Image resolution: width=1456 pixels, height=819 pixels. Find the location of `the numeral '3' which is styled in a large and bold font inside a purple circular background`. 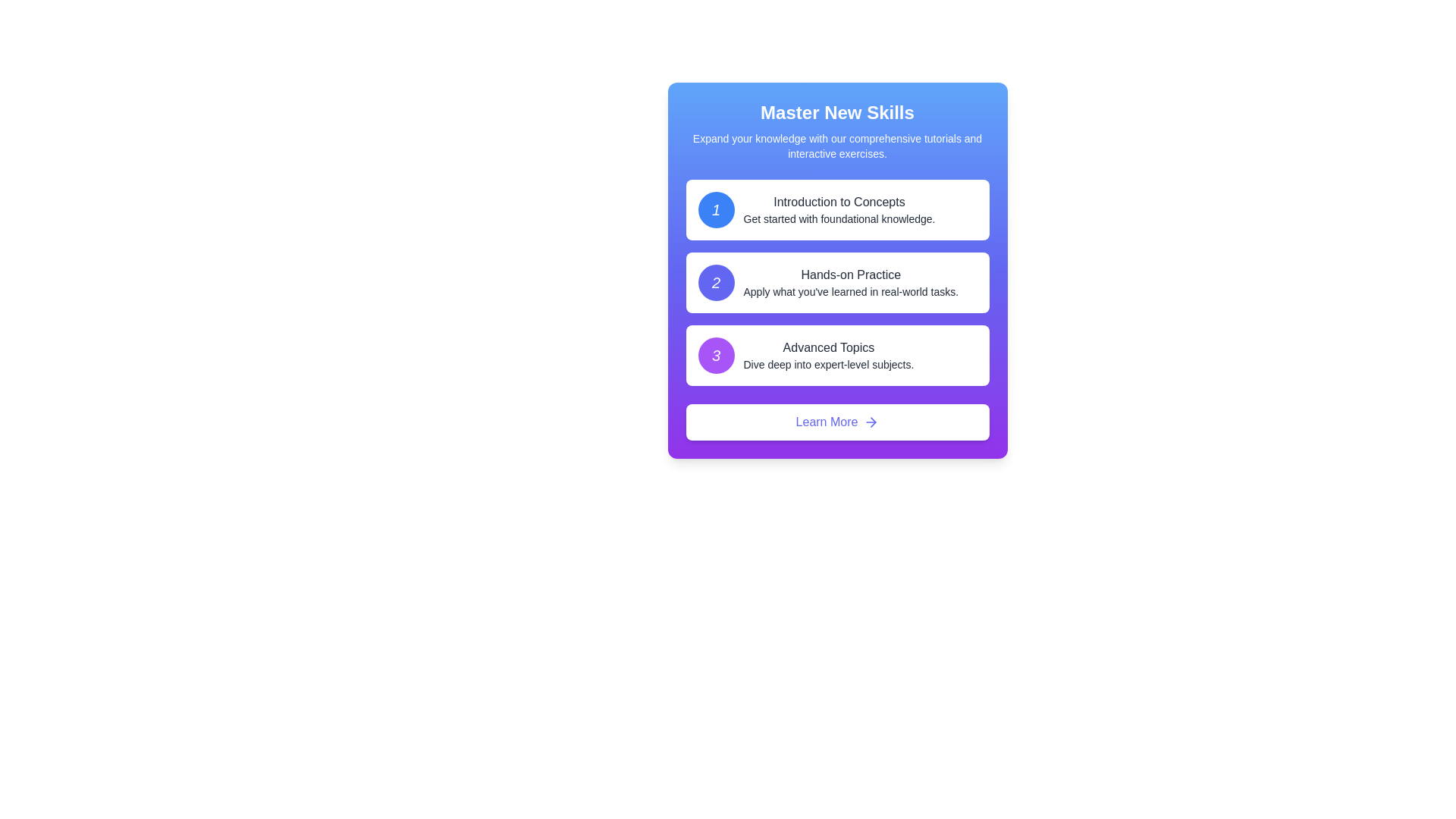

the numeral '3' which is styled in a large and bold font inside a purple circular background is located at coordinates (715, 356).